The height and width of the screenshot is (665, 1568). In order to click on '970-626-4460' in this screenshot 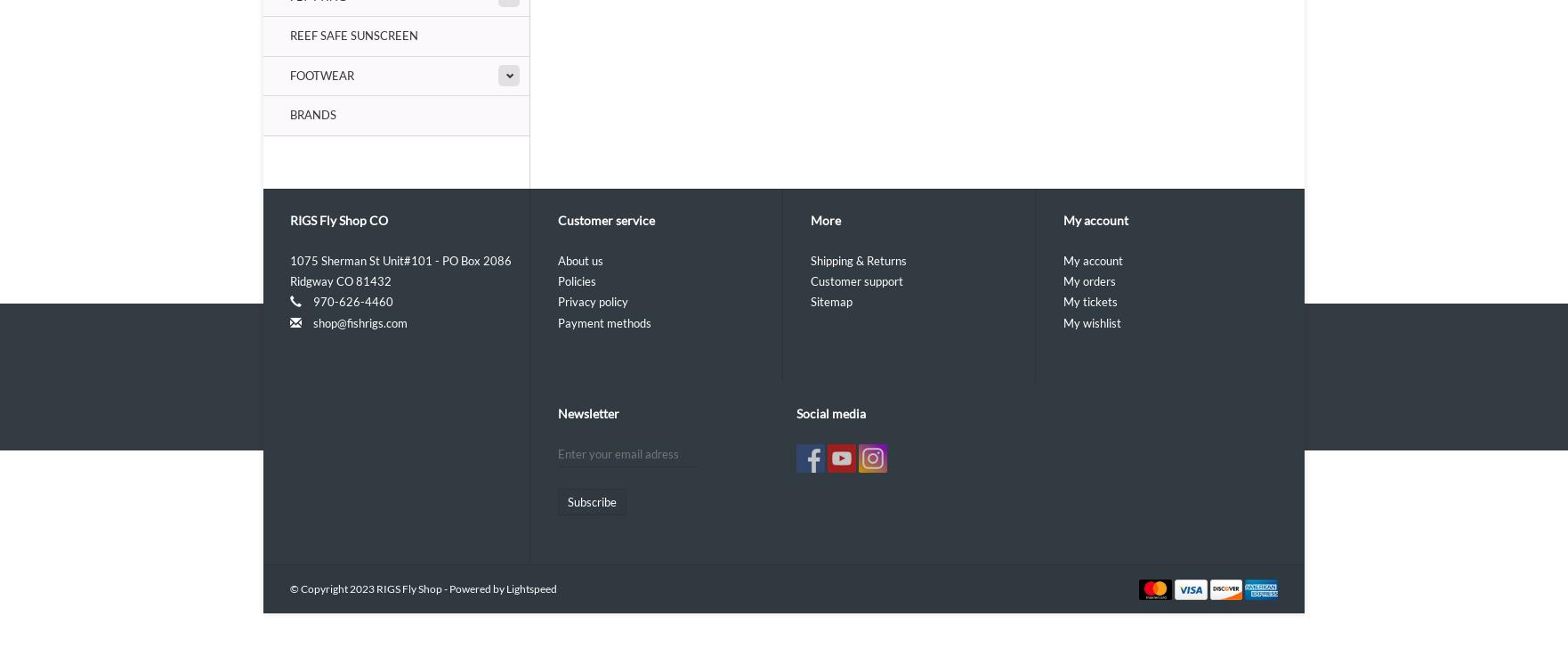, I will do `click(352, 301)`.